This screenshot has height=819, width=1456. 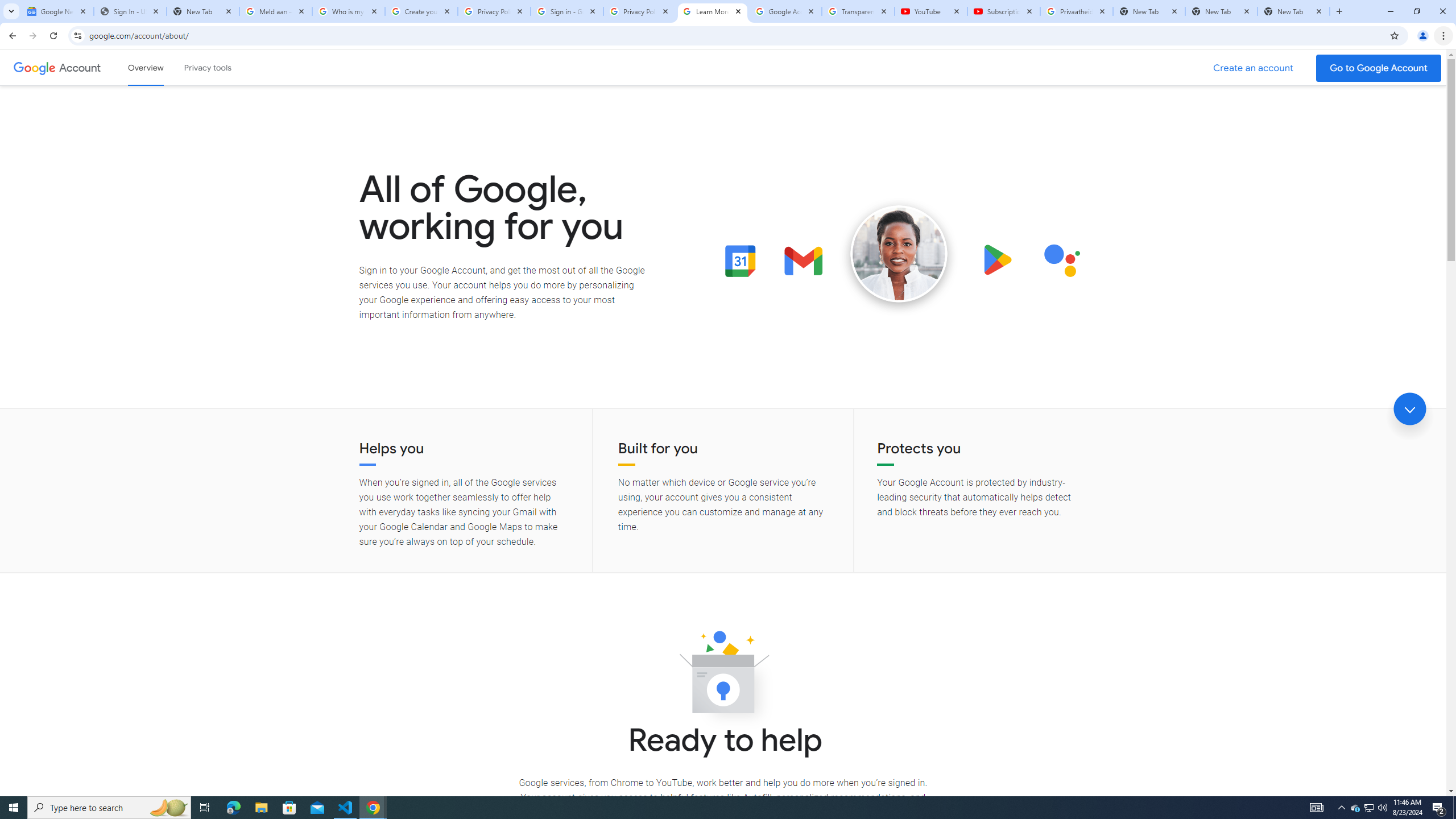 I want to click on 'Jump link', so click(x=1409, y=409).